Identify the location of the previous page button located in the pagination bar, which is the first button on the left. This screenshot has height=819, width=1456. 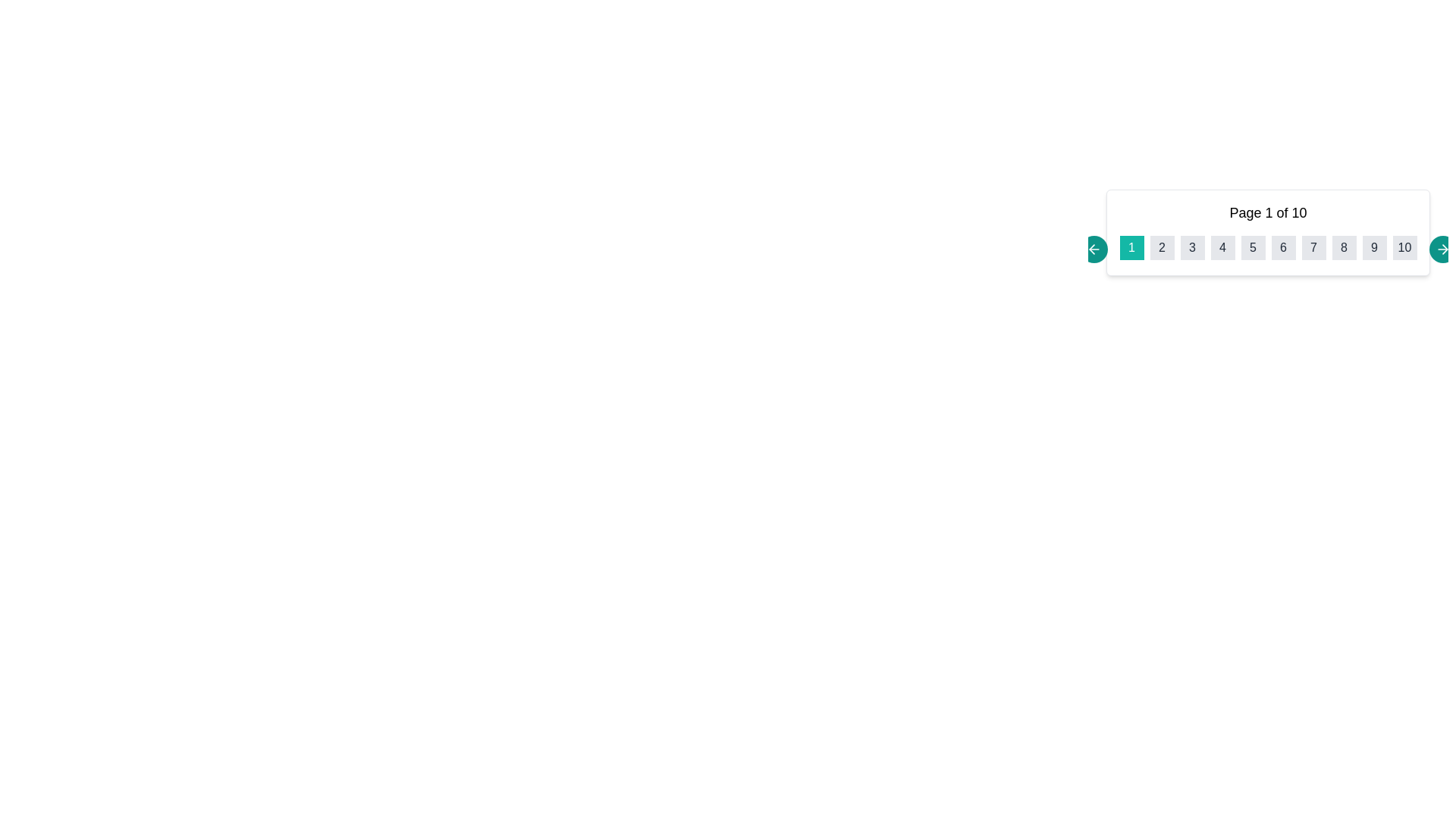
(1094, 248).